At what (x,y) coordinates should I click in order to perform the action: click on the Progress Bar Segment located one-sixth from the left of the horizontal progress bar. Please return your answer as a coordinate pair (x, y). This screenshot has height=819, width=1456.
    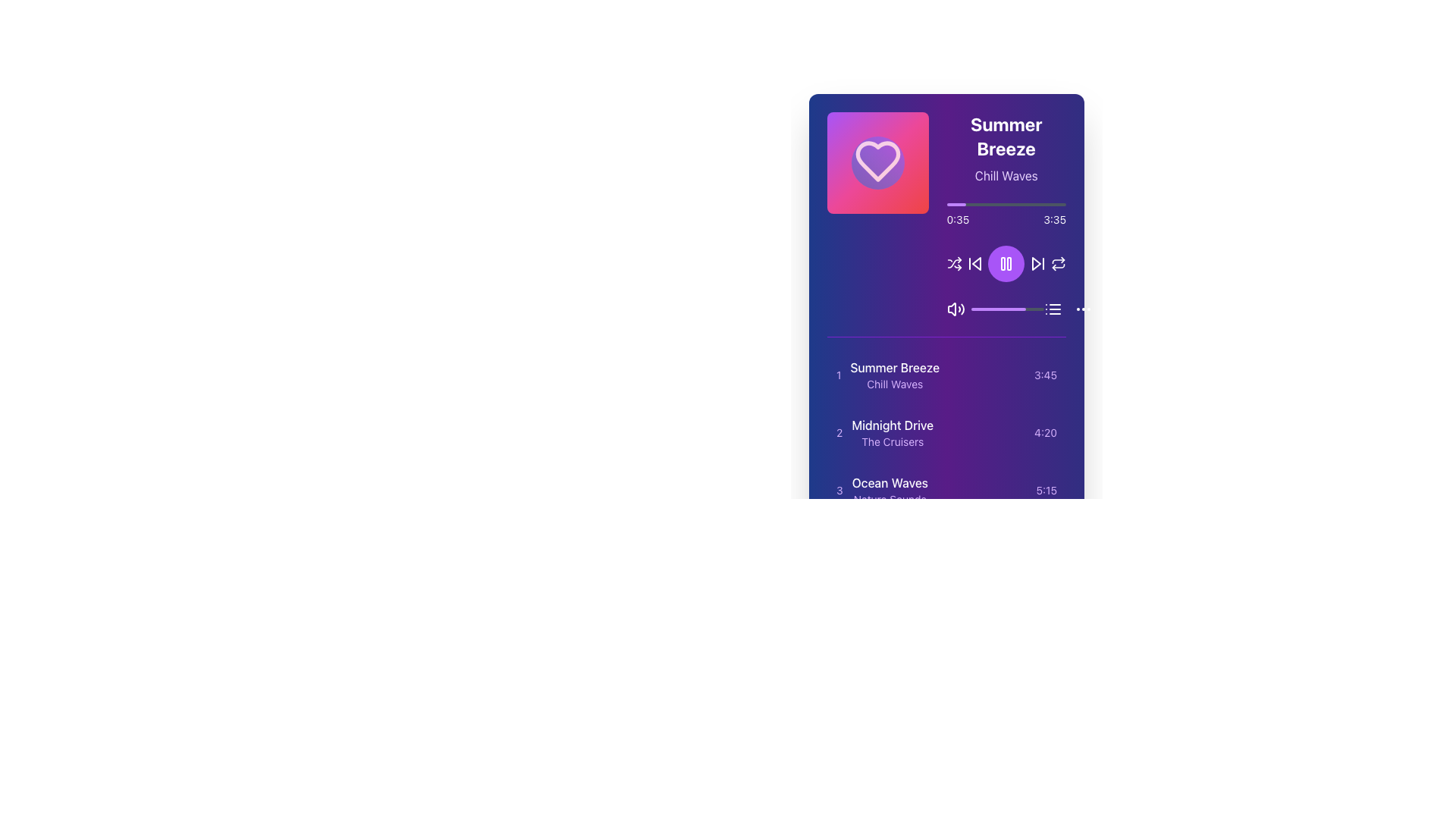
    Looking at the image, I should click on (955, 205).